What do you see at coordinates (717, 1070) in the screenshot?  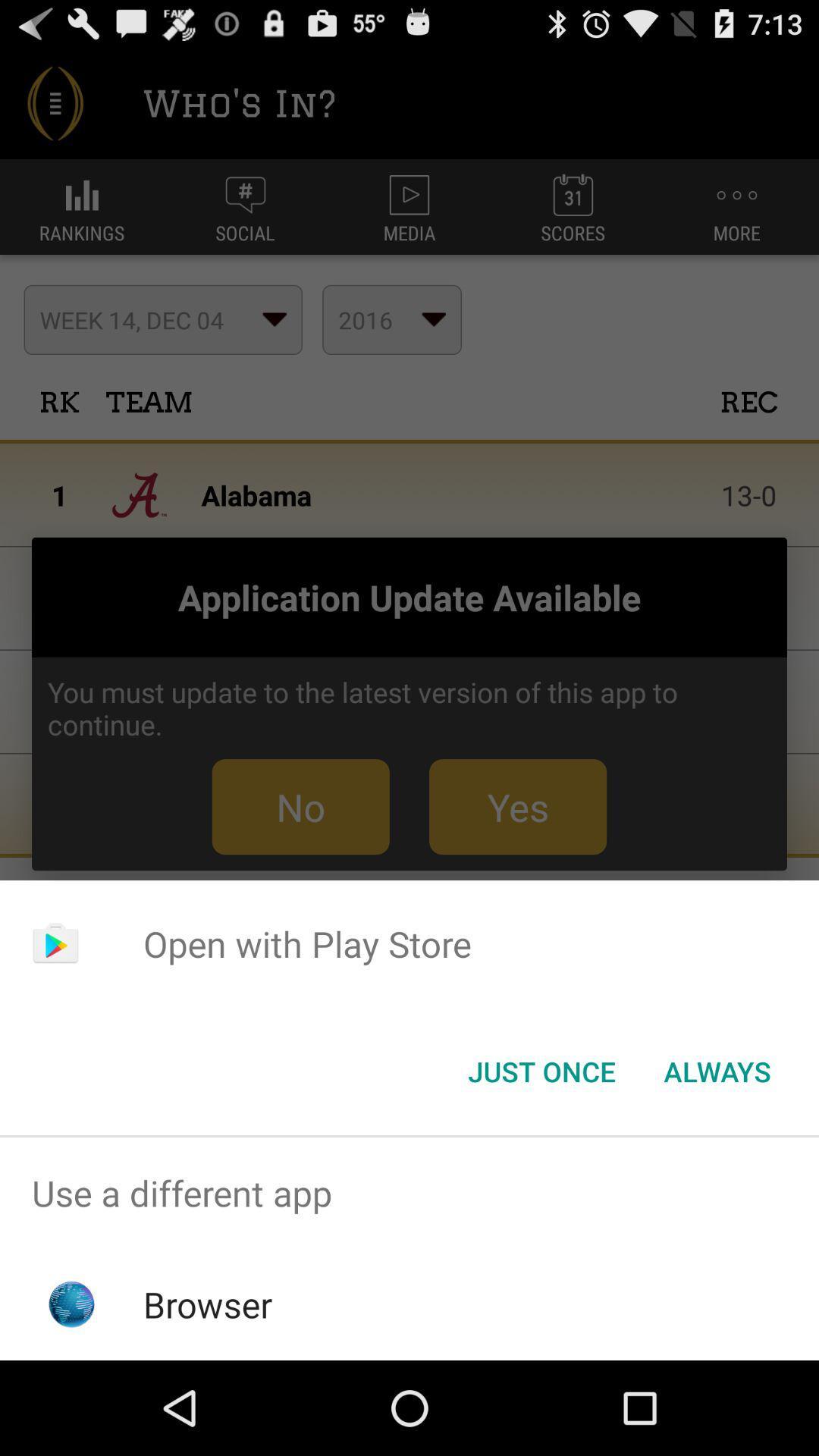 I see `the always at the bottom right corner` at bounding box center [717, 1070].